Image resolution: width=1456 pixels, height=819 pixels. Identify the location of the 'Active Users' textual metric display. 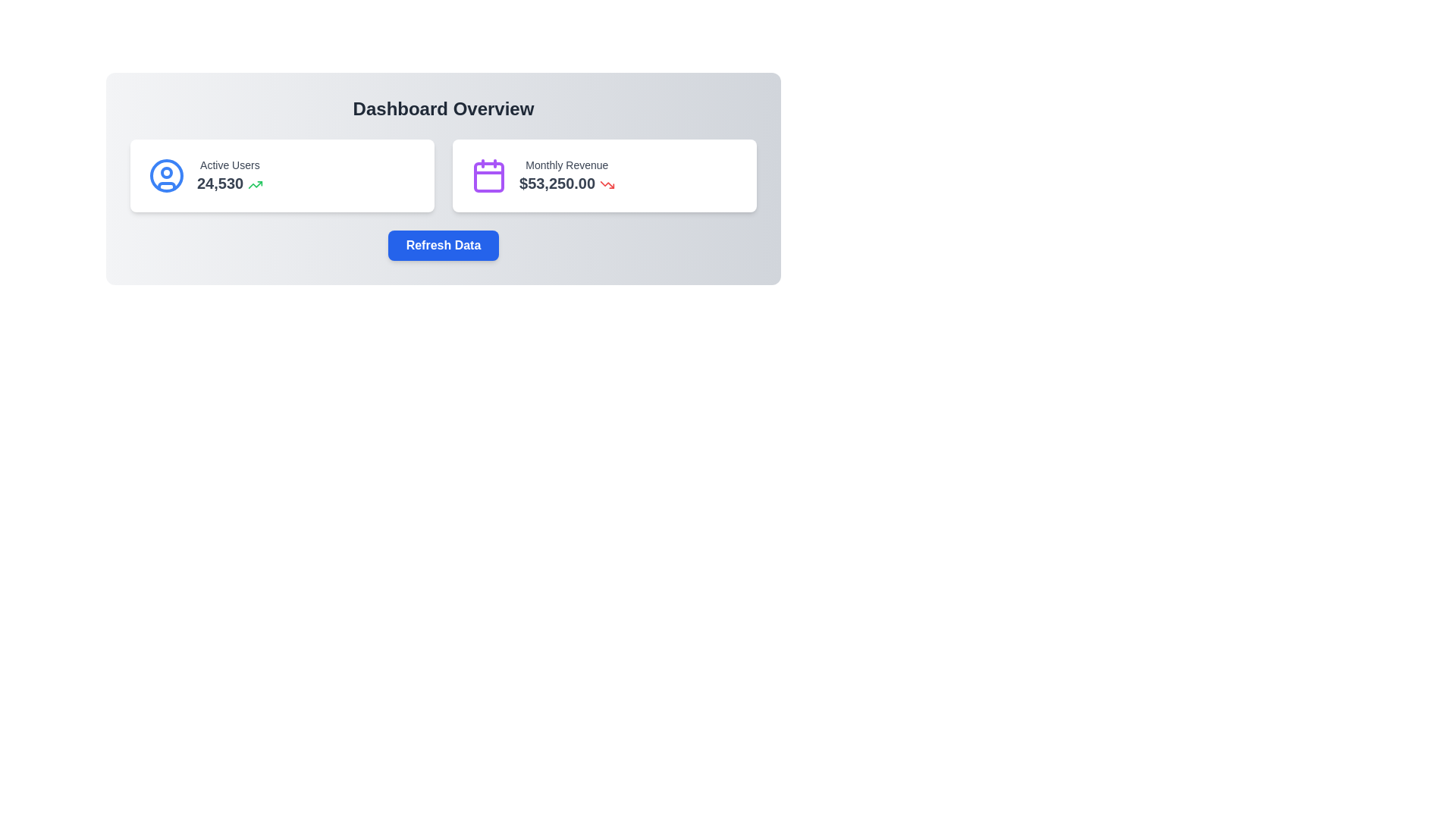
(229, 174).